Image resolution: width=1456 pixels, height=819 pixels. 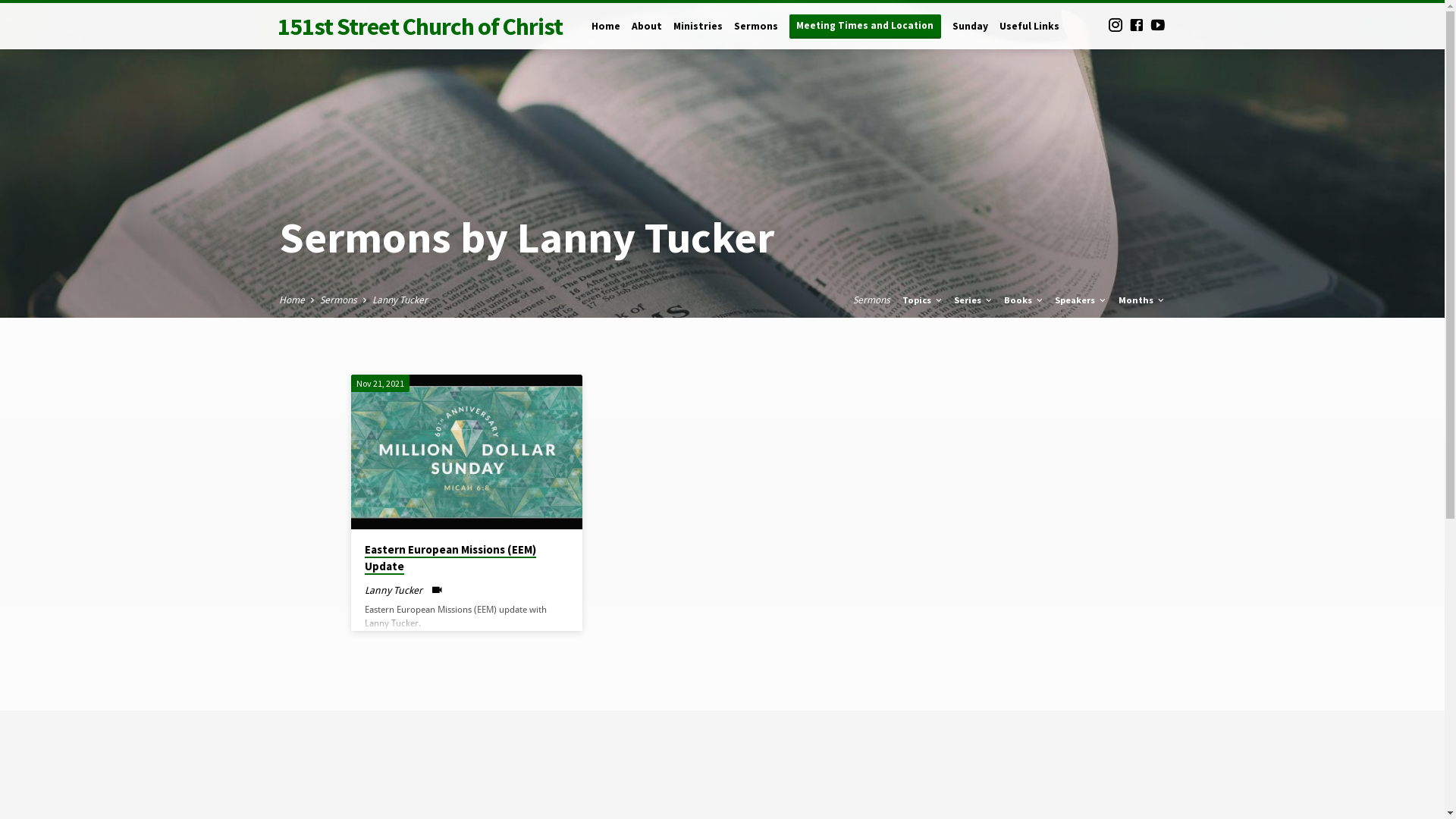 I want to click on 'Meeting Times and Location', so click(x=864, y=26).